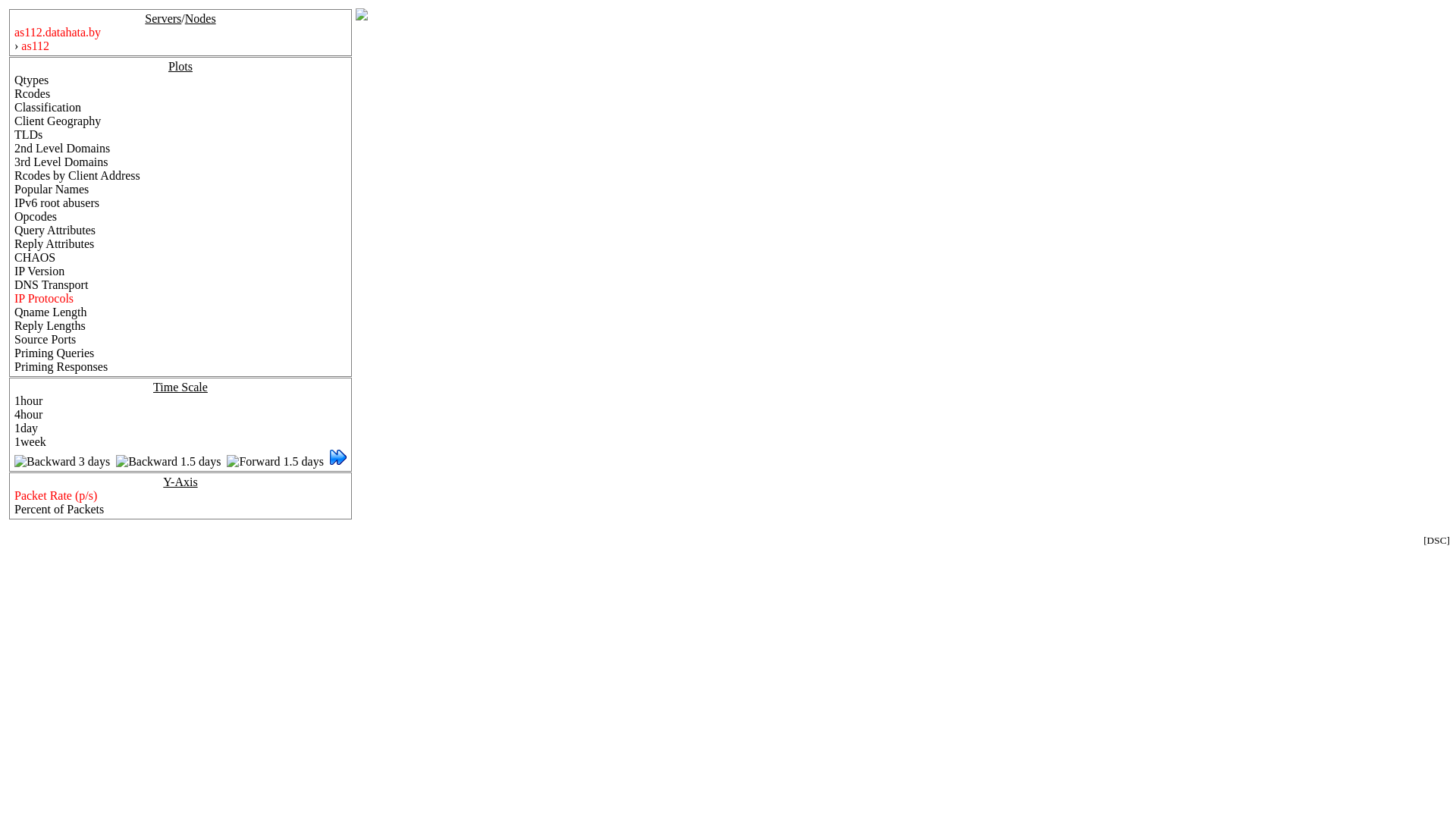  I want to click on 'Qname Length', so click(14, 311).